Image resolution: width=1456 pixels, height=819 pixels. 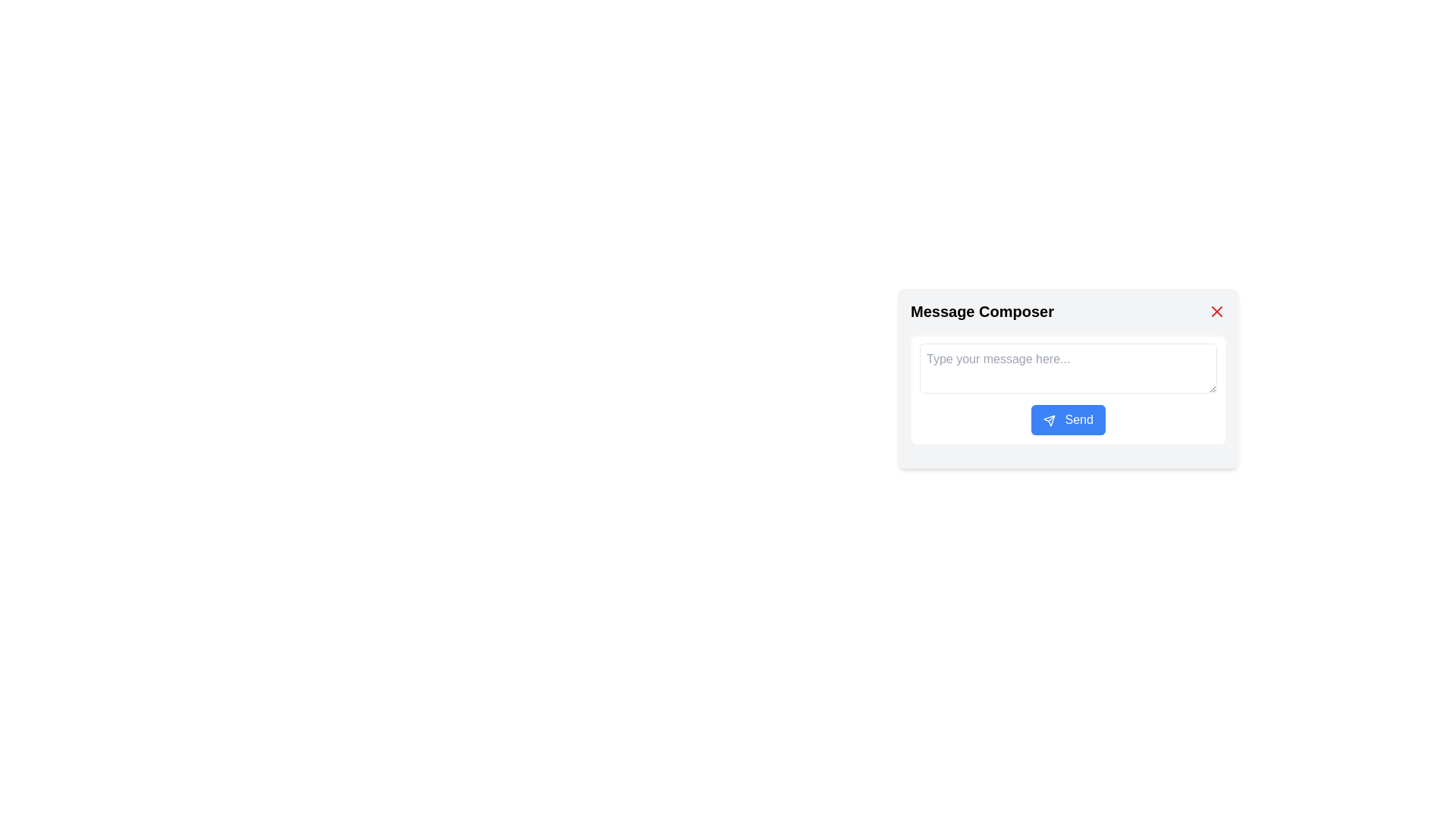 I want to click on the red close button (diagonal cross 'X' symbol) located in the top-right corner of the 'Message Composer' dialog, so click(x=1216, y=311).